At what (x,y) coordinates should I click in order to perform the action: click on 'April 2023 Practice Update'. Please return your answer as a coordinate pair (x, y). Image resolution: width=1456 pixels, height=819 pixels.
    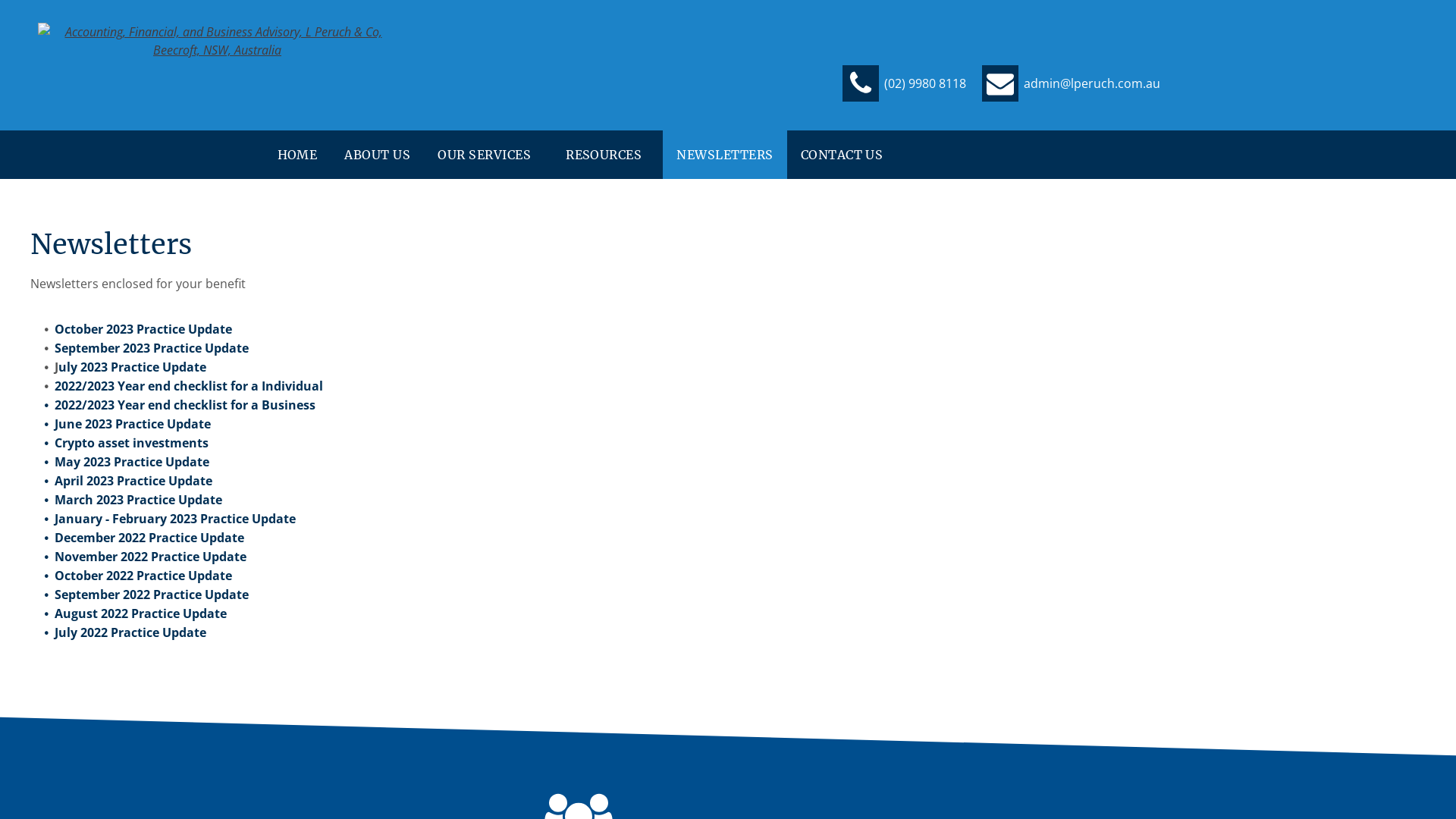
    Looking at the image, I should click on (133, 480).